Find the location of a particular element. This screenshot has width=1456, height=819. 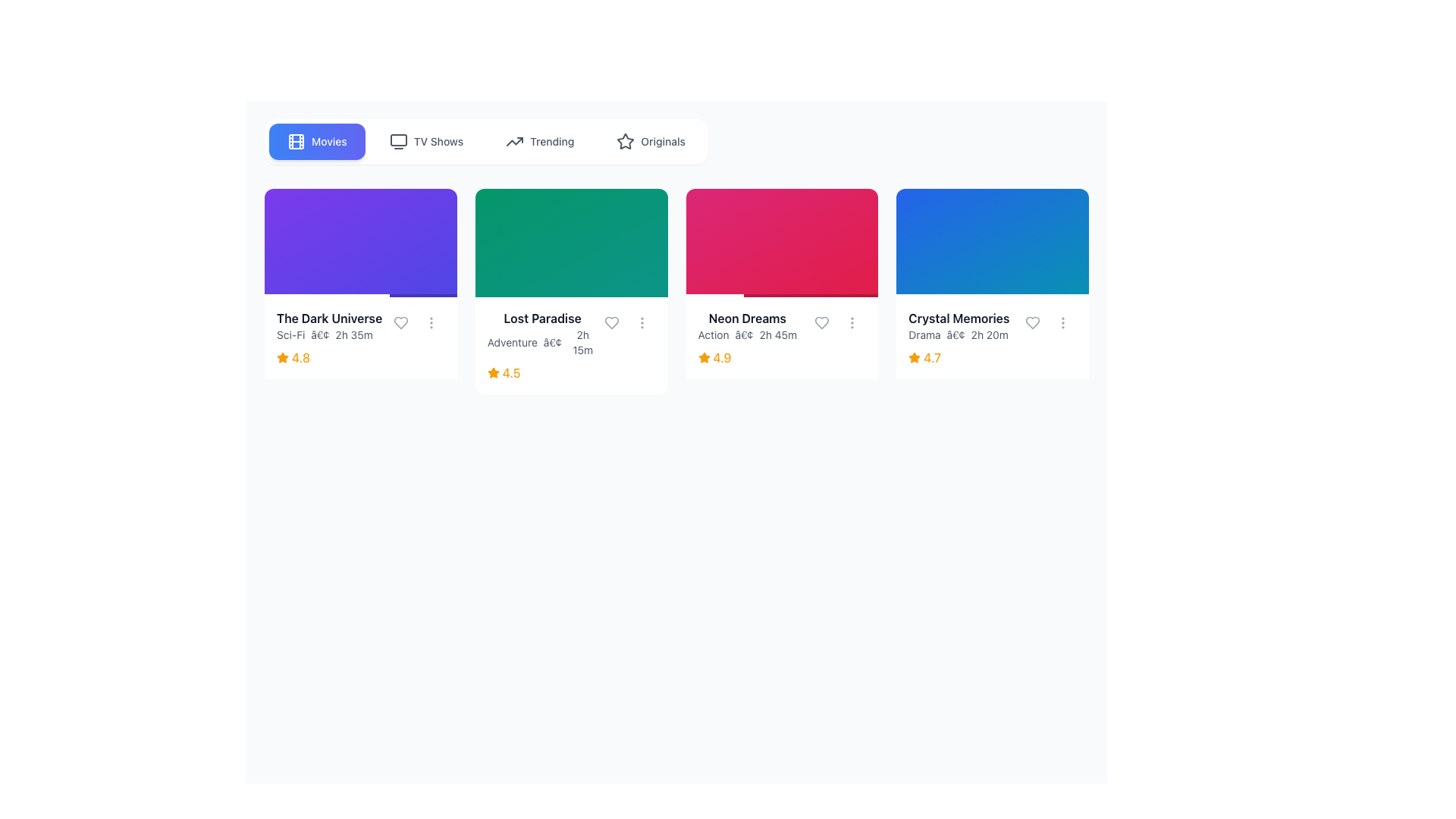

the star icon representing the rating of 'Neon Dreams', which is located to the left of the text '4.9' in the rating section under the 'Neon Dreams' card is located at coordinates (703, 357).